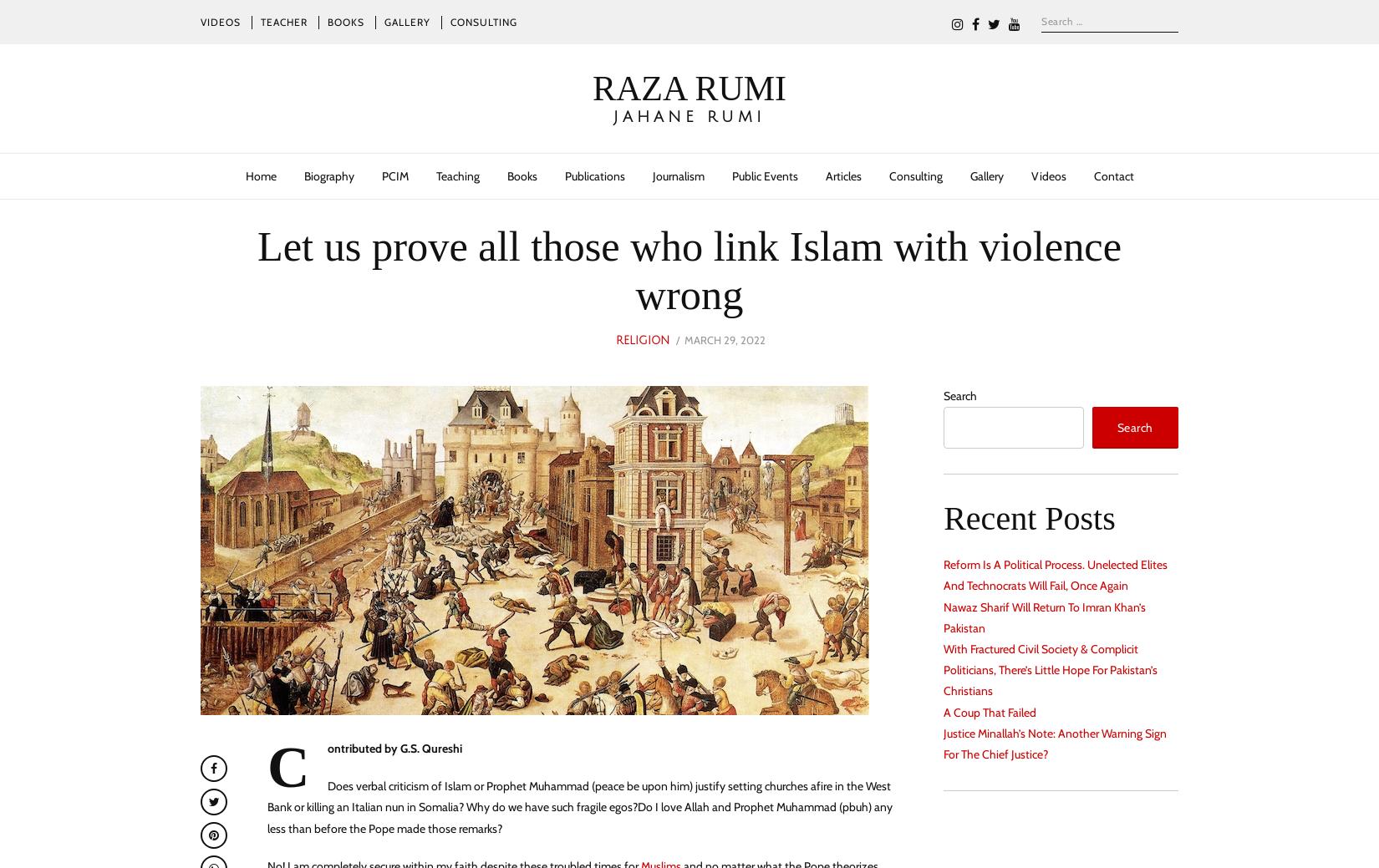 This screenshot has width=1379, height=868. I want to click on 'Contributed by G.S. Qureshi', so click(363, 767).